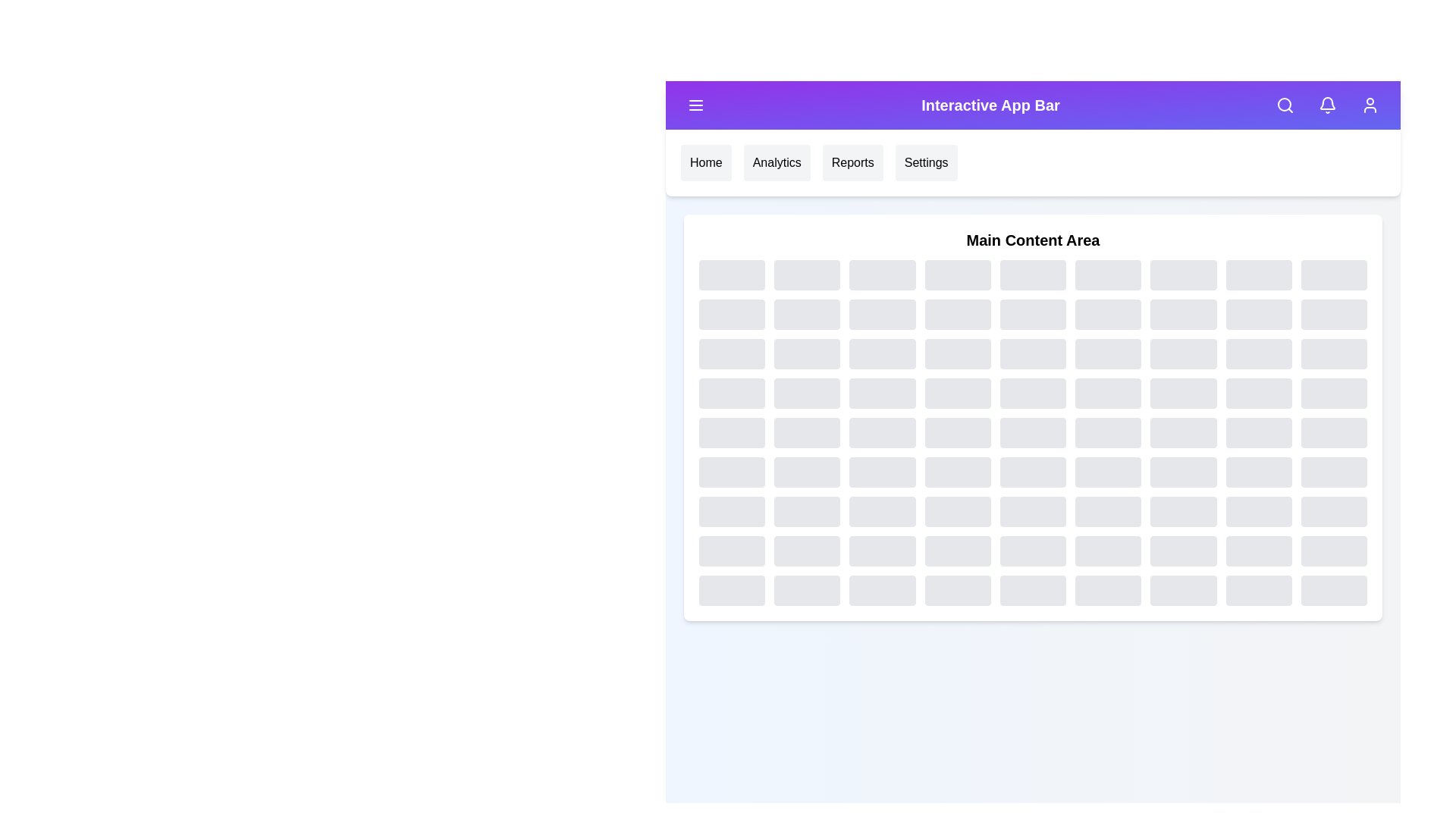  Describe the element at coordinates (852, 163) in the screenshot. I see `the menu item Reports to navigate to the corresponding section` at that location.